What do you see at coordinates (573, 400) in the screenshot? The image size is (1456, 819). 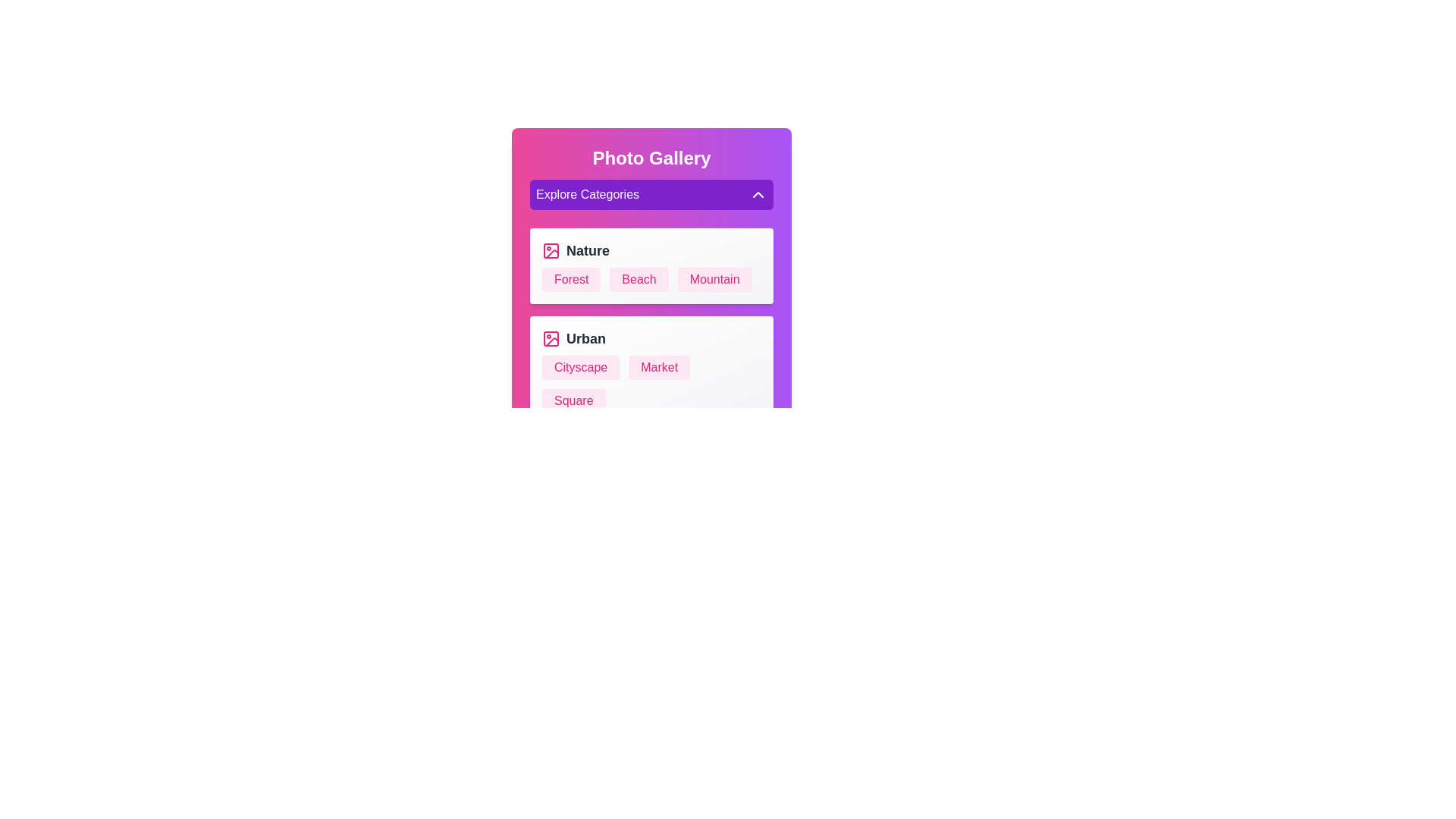 I see `the text element labeled 'Square' to select it` at bounding box center [573, 400].